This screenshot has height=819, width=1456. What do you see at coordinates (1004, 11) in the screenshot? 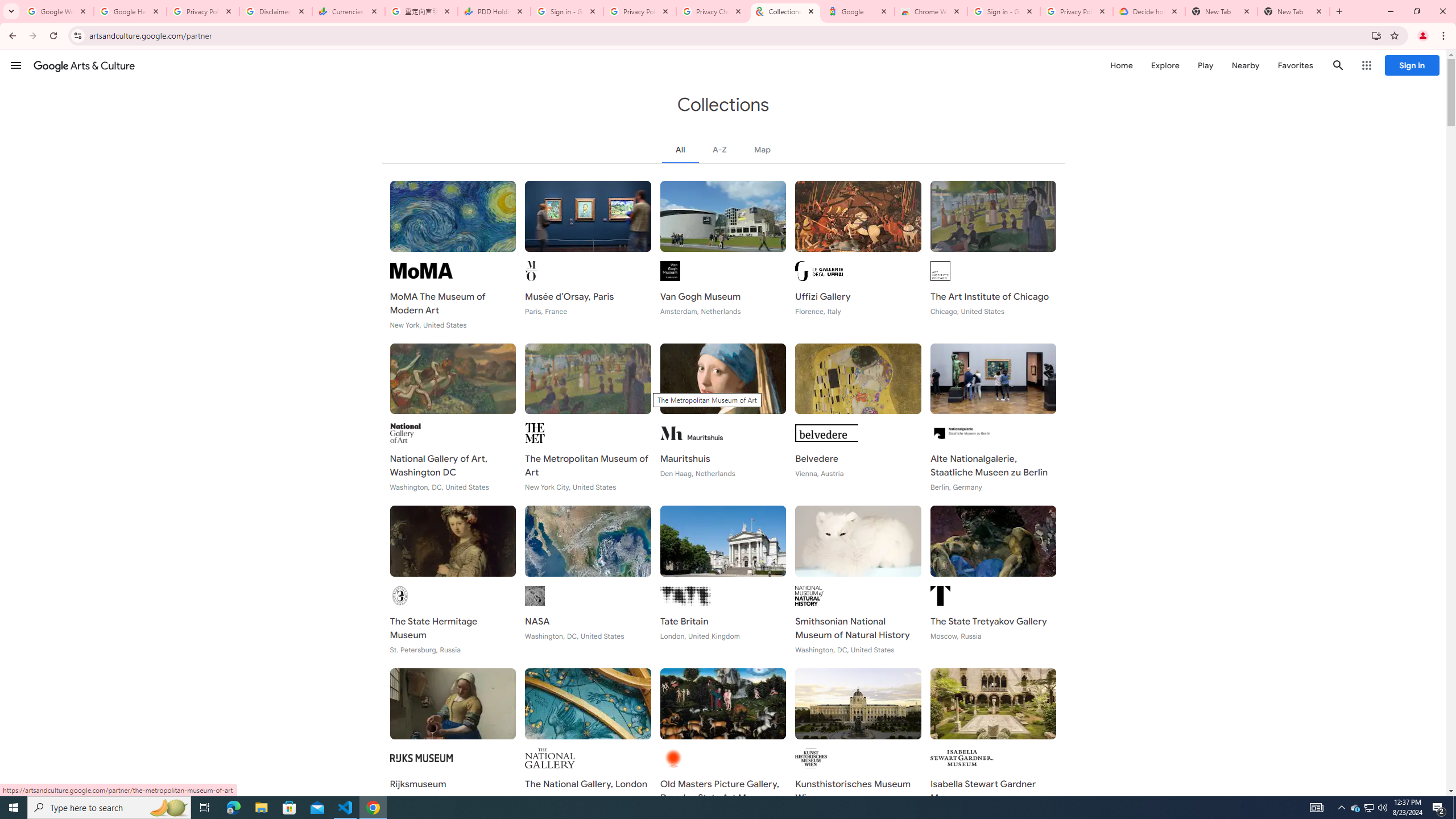
I see `'Sign in - Google Accounts'` at bounding box center [1004, 11].